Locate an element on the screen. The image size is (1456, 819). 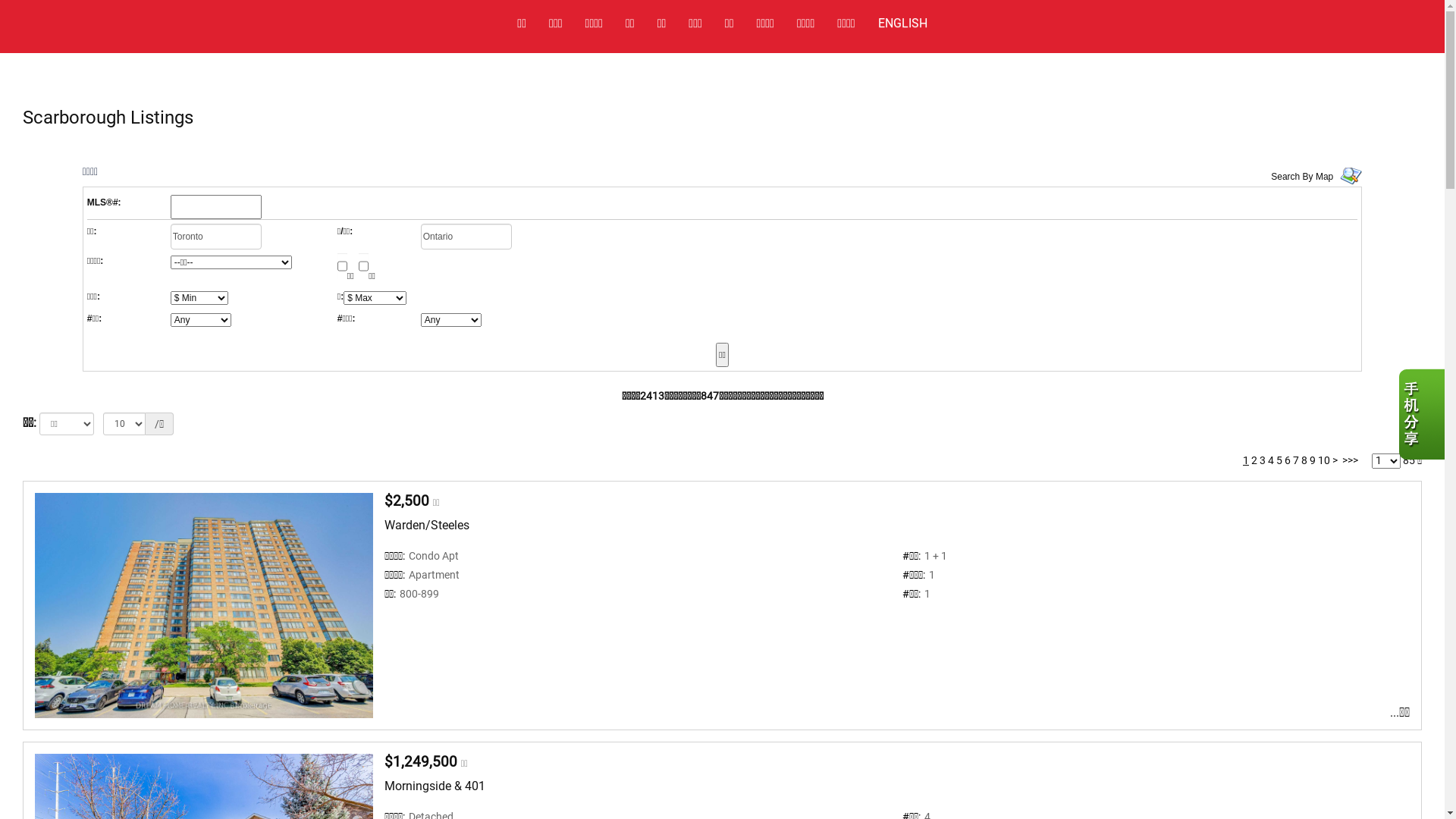
'Search By Map' is located at coordinates (1301, 175).